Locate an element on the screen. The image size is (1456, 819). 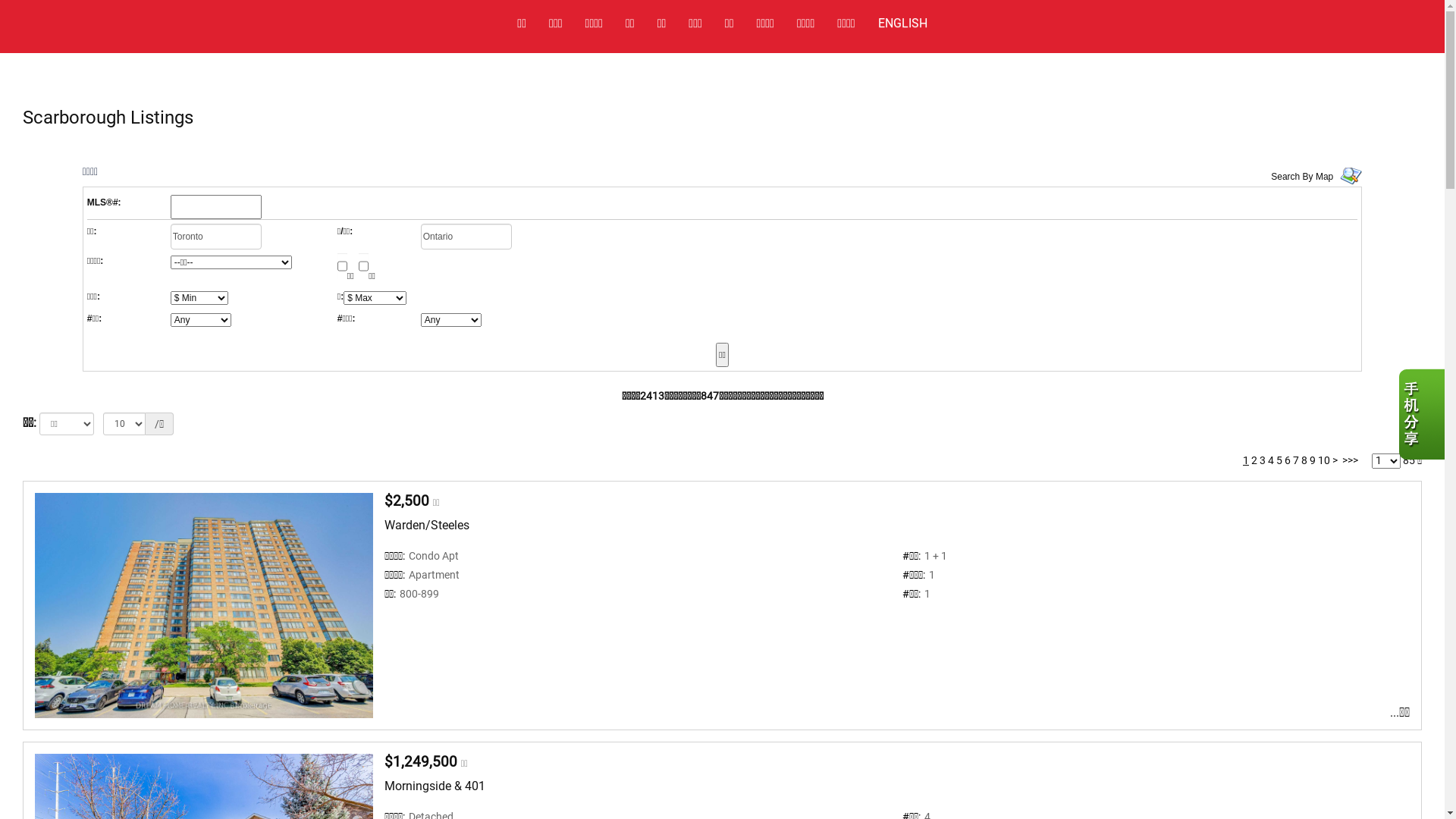
'Search By Map' is located at coordinates (1301, 175).